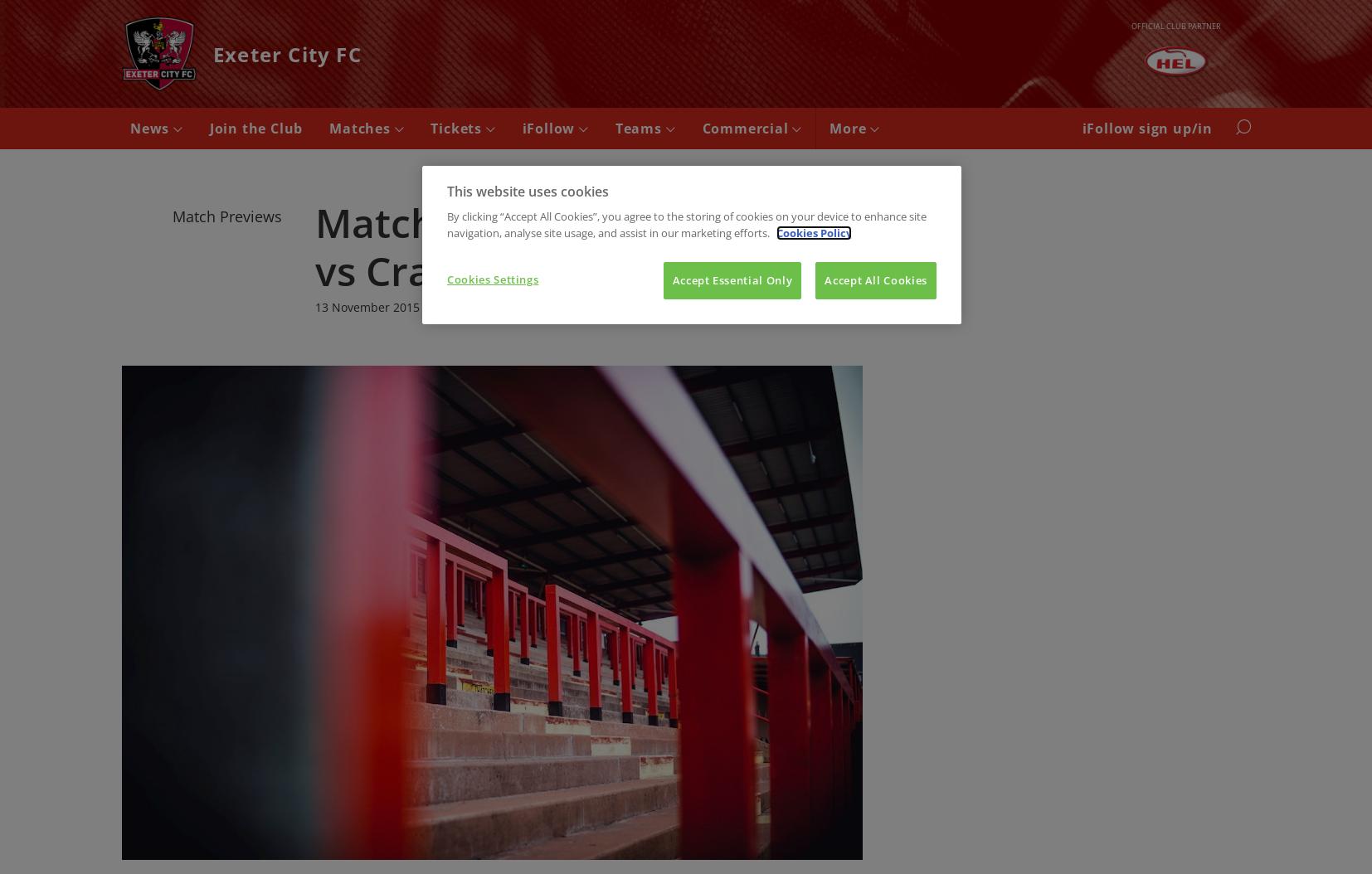 The width and height of the screenshot is (1372, 874). I want to click on 'Join the Club', so click(255, 129).